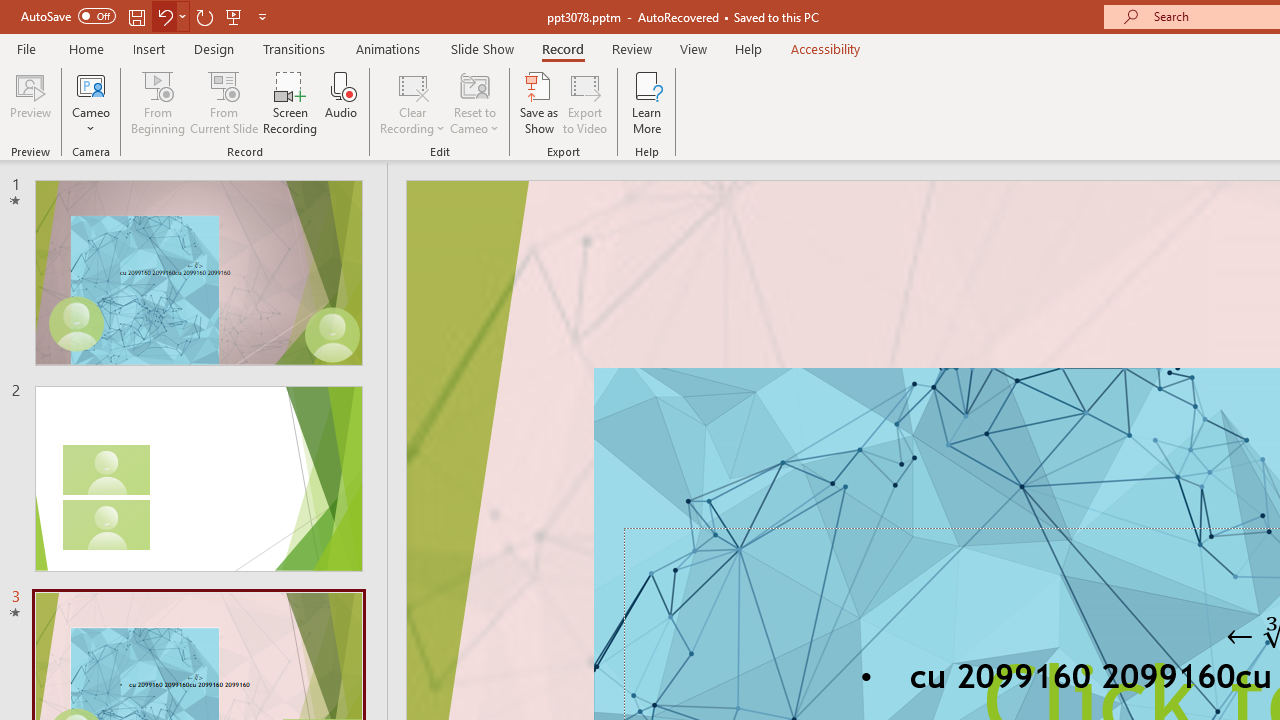  Describe the element at coordinates (473, 103) in the screenshot. I see `'Reset to Cameo'` at that location.